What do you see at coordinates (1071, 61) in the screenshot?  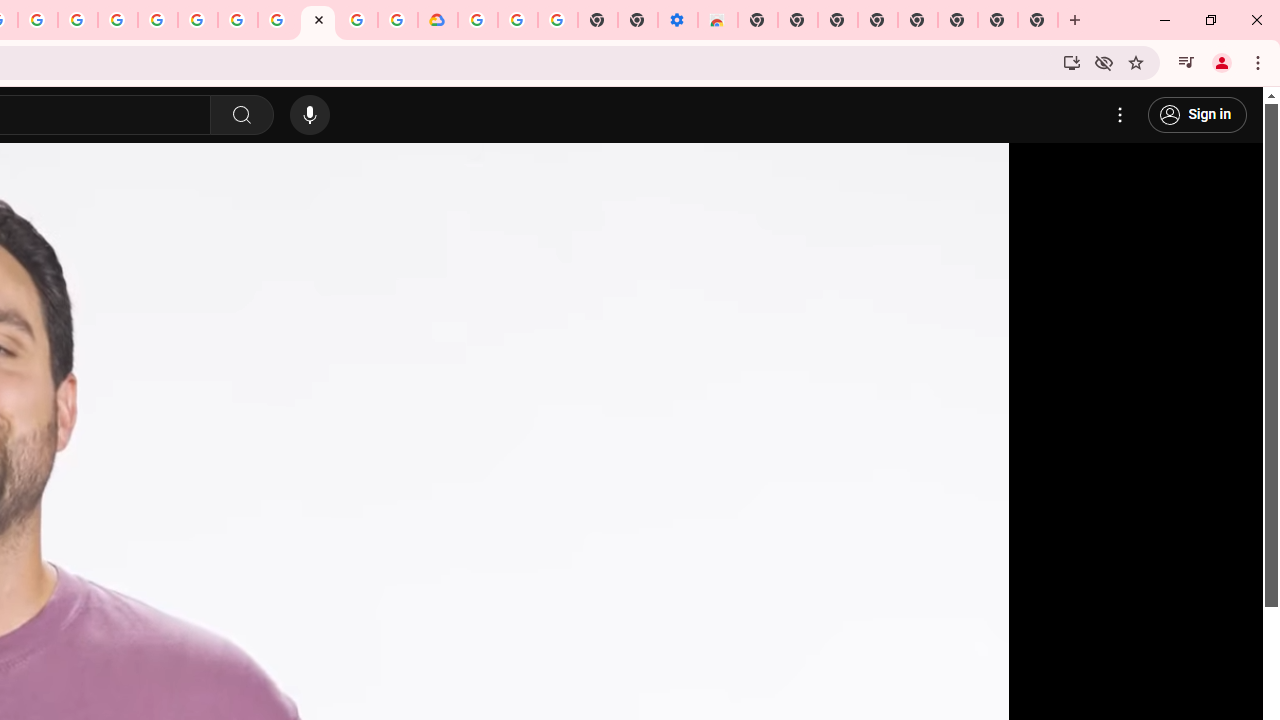 I see `'Install YouTube'` at bounding box center [1071, 61].